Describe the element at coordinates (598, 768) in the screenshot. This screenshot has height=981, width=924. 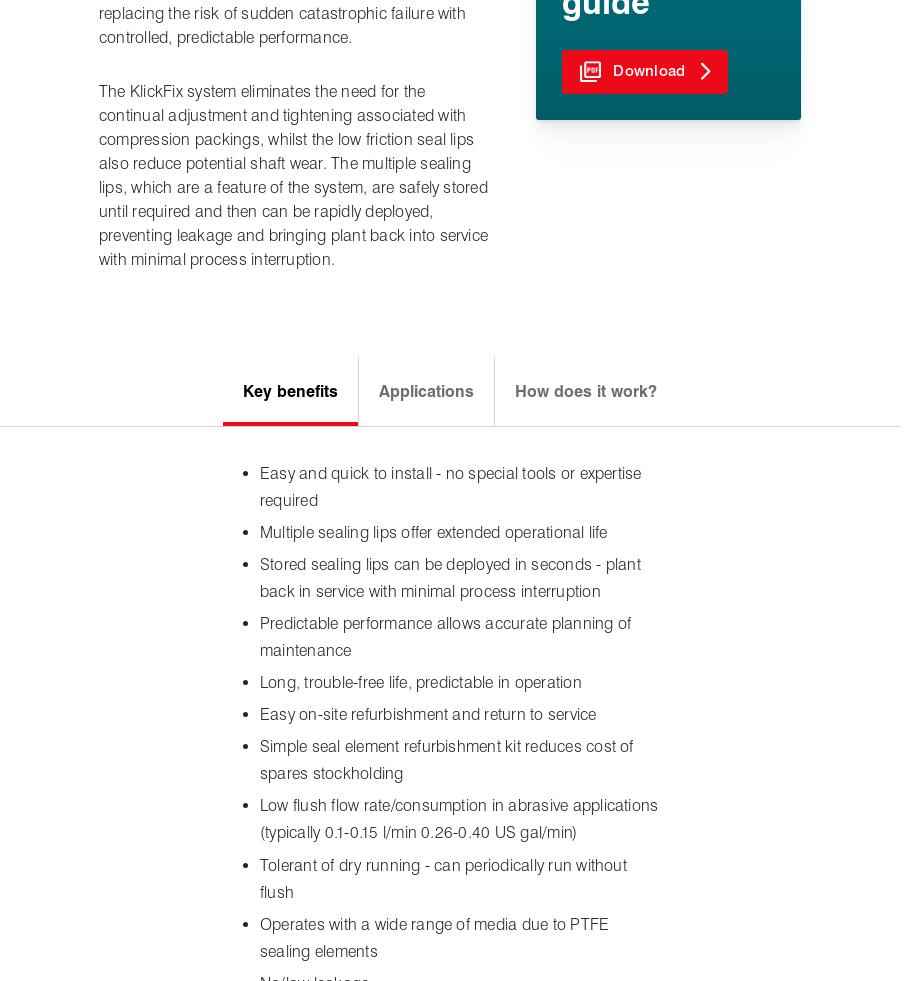
I see `'James Walker Group'` at that location.